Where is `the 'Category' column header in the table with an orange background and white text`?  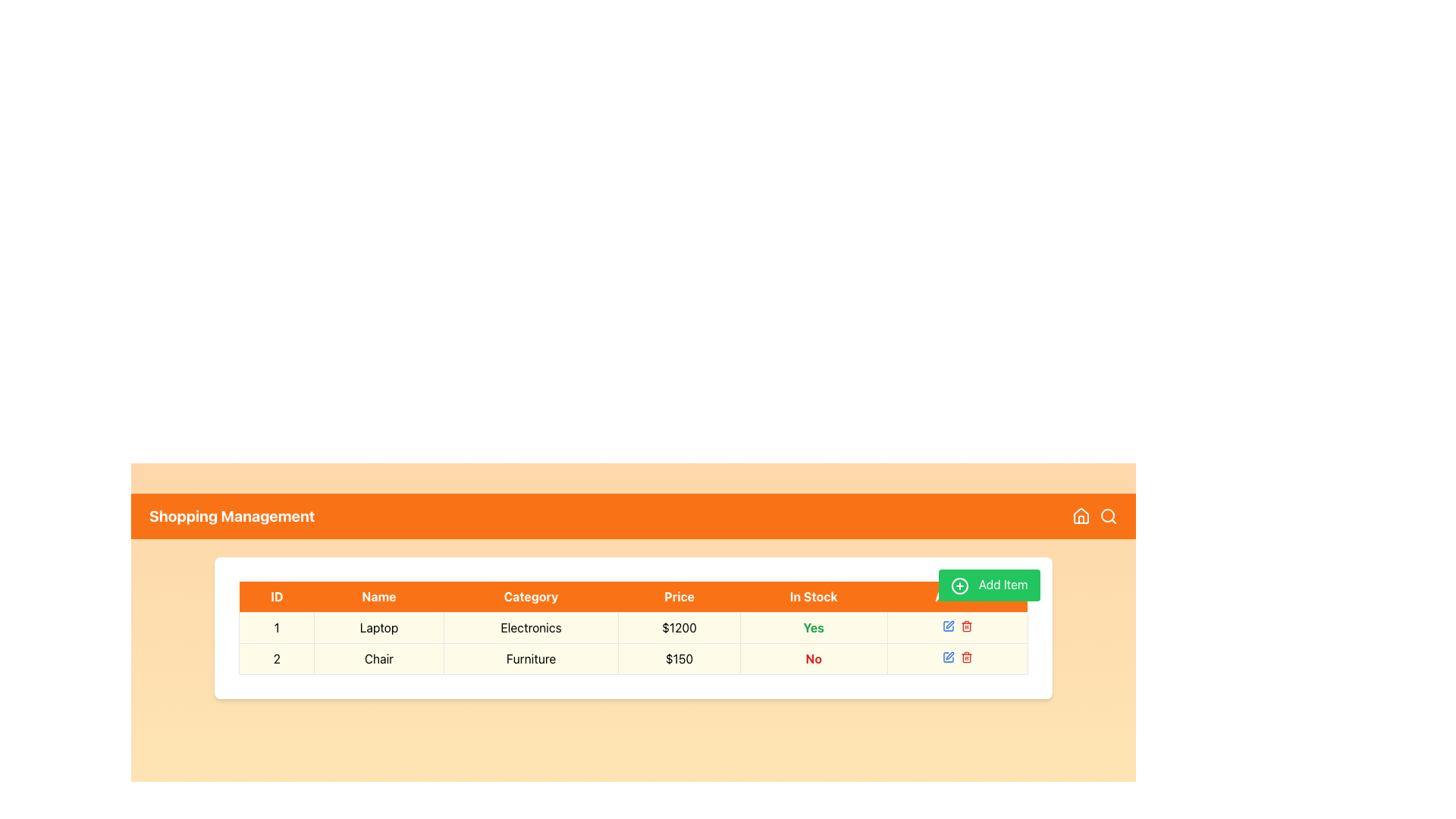
the 'Category' column header in the table with an orange background and white text is located at coordinates (531, 596).